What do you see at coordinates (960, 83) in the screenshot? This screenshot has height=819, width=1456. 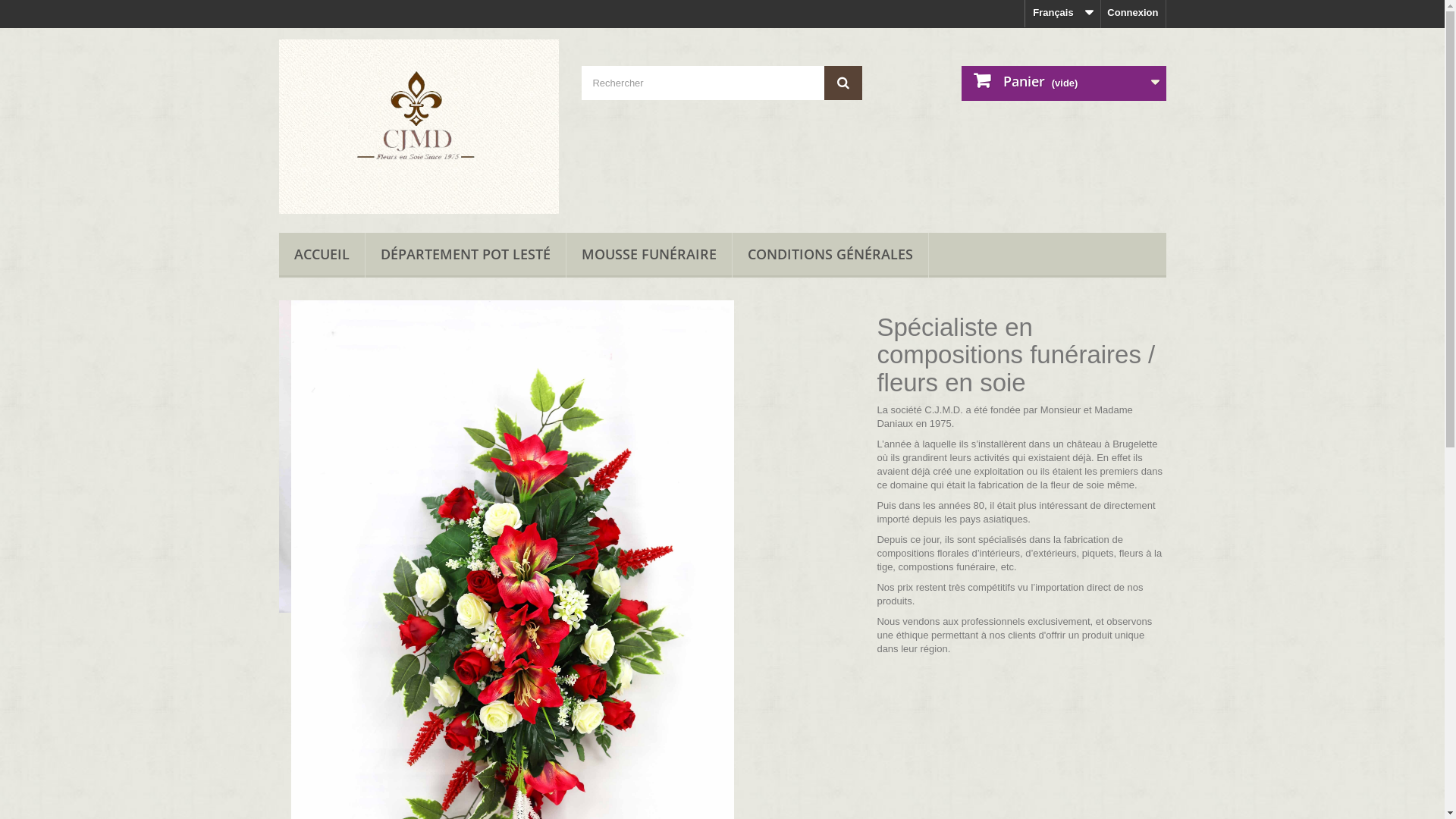 I see `'Panier (vide)'` at bounding box center [960, 83].